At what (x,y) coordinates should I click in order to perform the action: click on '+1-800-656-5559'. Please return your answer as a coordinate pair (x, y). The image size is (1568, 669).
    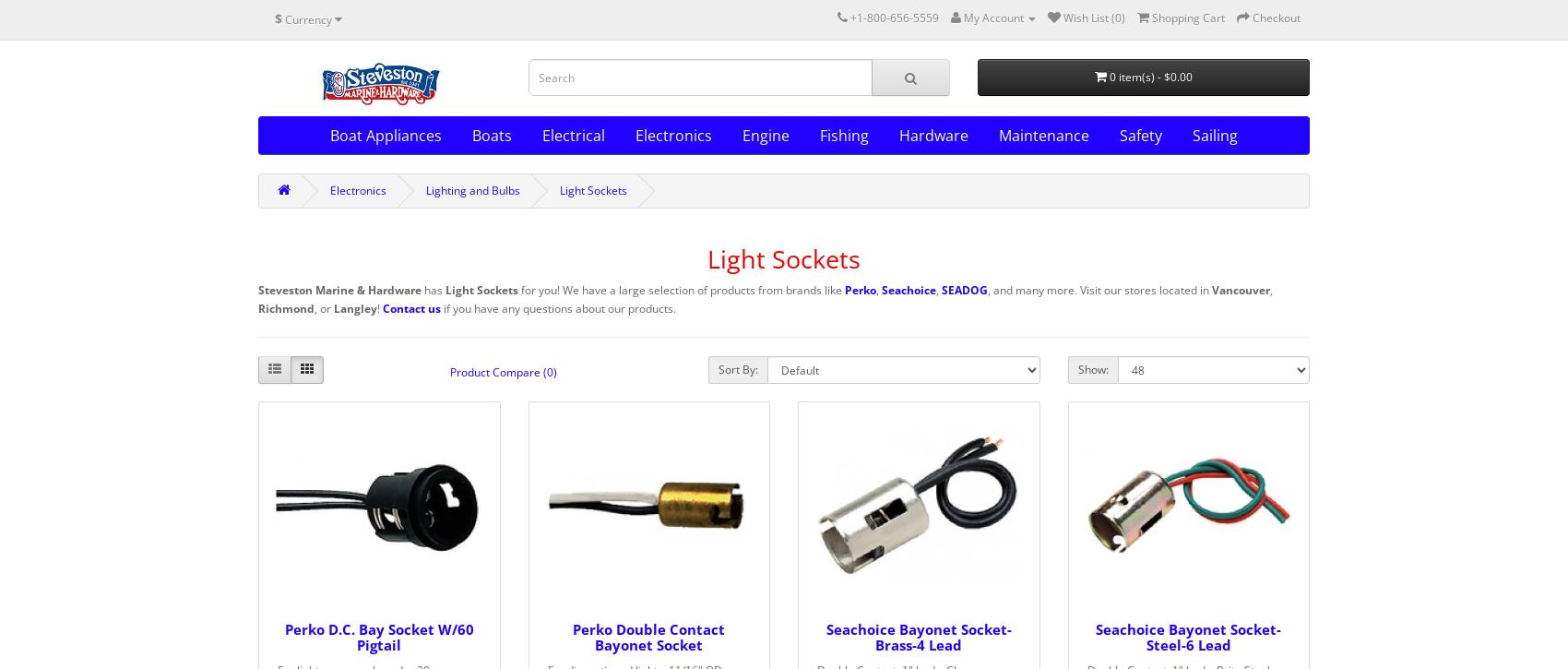
    Looking at the image, I should click on (894, 18).